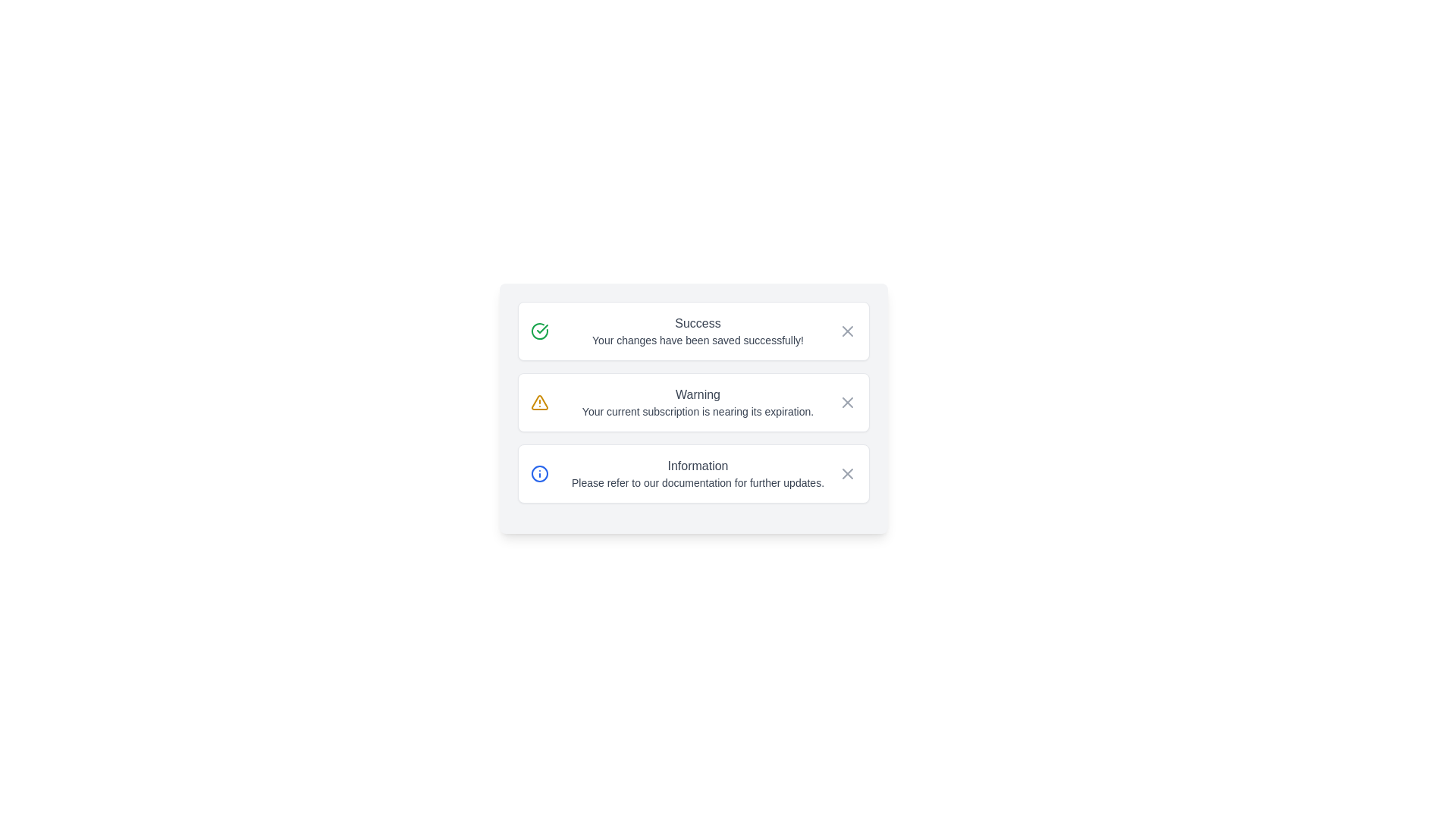 Image resolution: width=1456 pixels, height=819 pixels. What do you see at coordinates (539, 472) in the screenshot?
I see `the informational icon located to the left of the text content starting with 'Information' in the lower notification card by clicking on it` at bounding box center [539, 472].